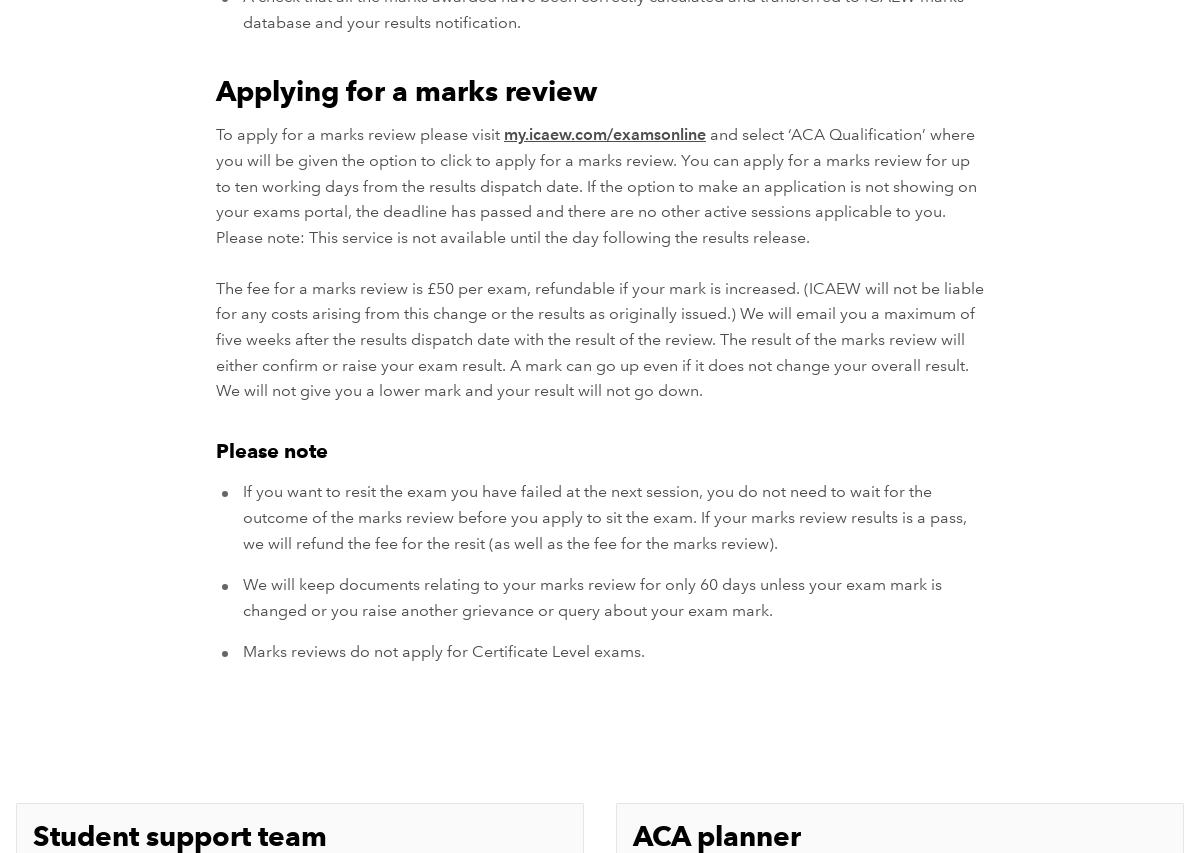 Image resolution: width=1200 pixels, height=853 pixels. Describe the element at coordinates (717, 835) in the screenshot. I see `'ACA planner'` at that location.